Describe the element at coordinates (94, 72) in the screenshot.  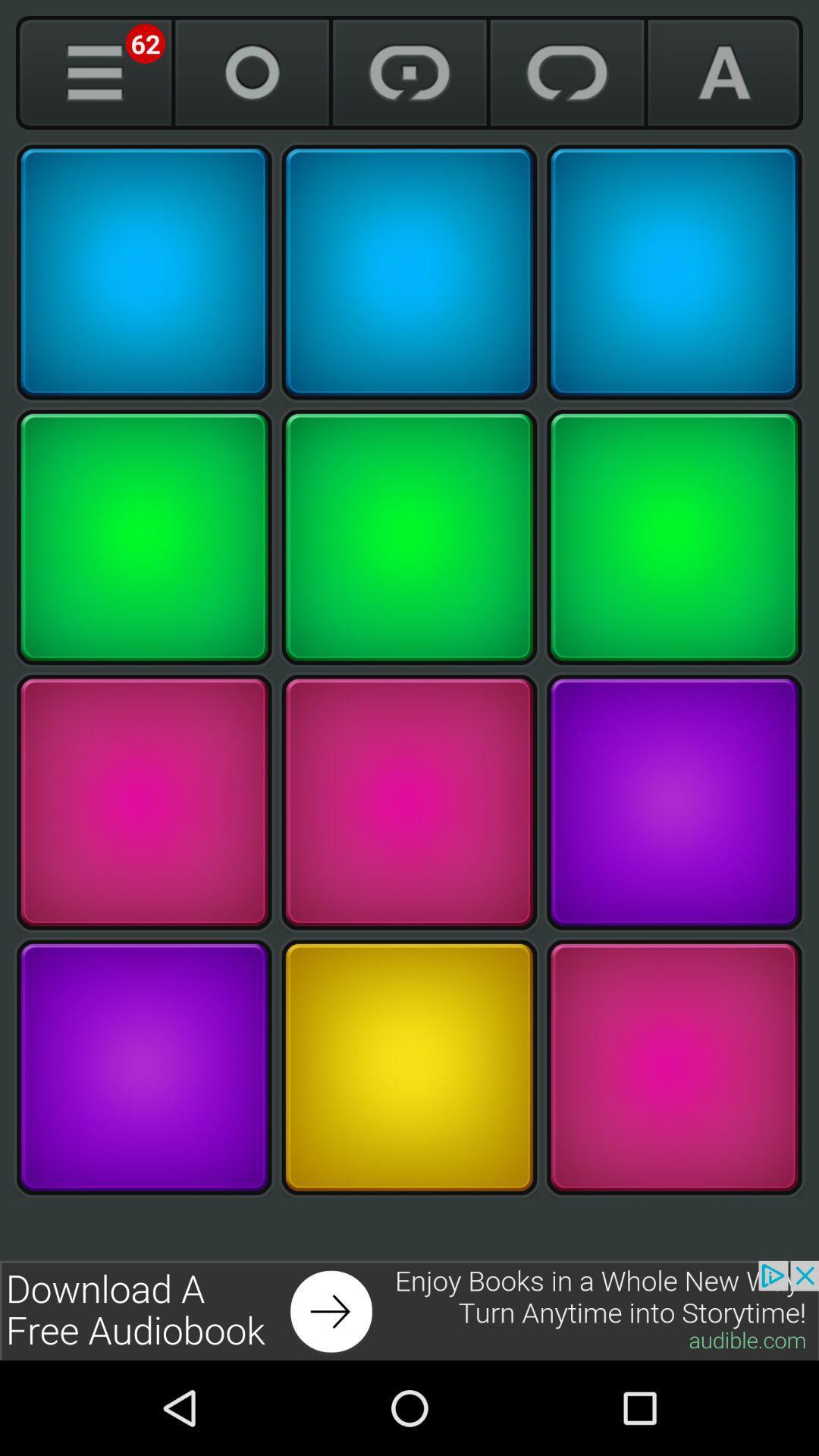
I see `click the info` at that location.